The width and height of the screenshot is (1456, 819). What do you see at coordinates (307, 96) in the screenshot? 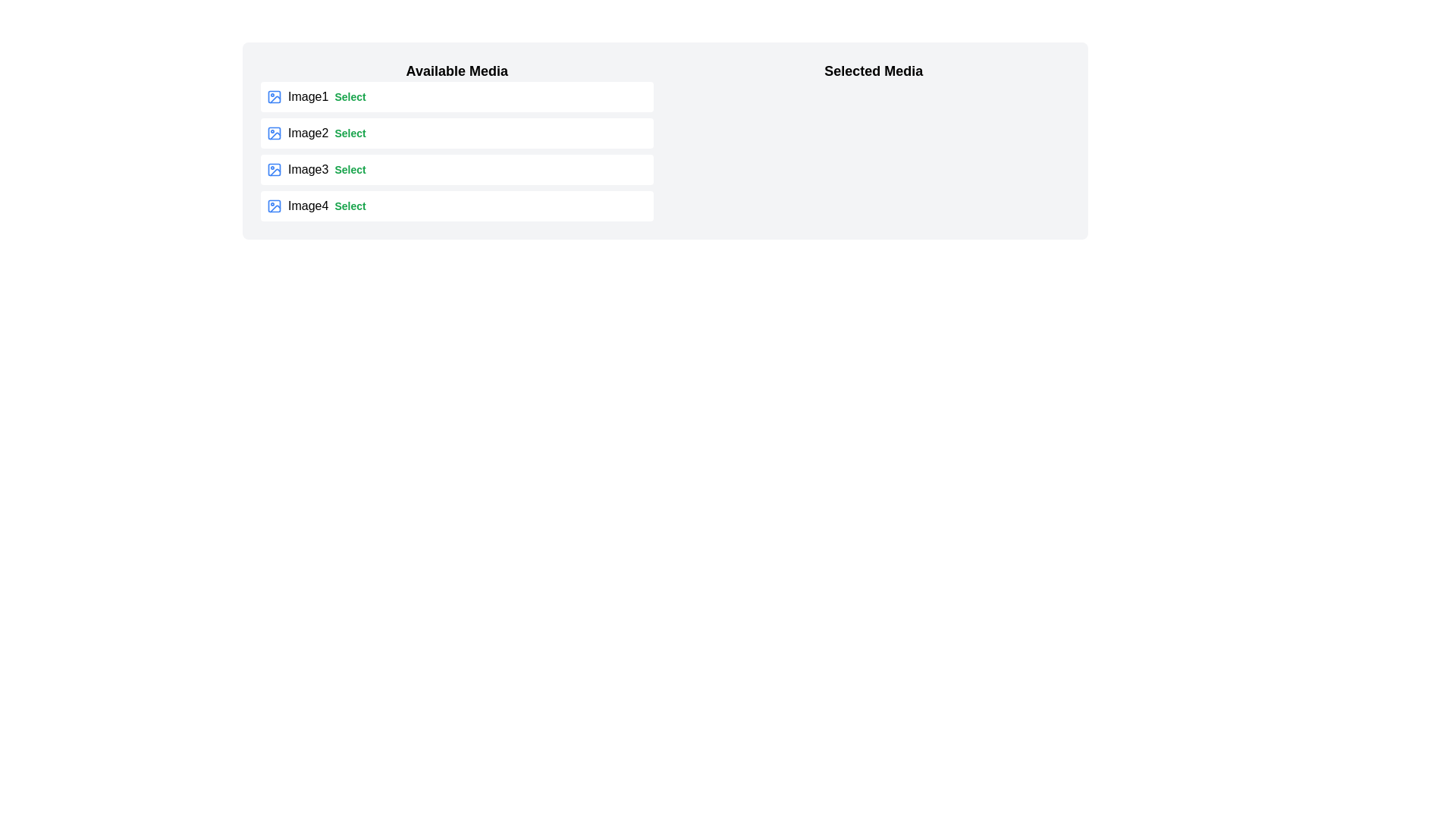
I see `text label displaying 'Image1' located in the first row under 'Available Media', positioned between the blue image icon and the green 'Select' link` at bounding box center [307, 96].